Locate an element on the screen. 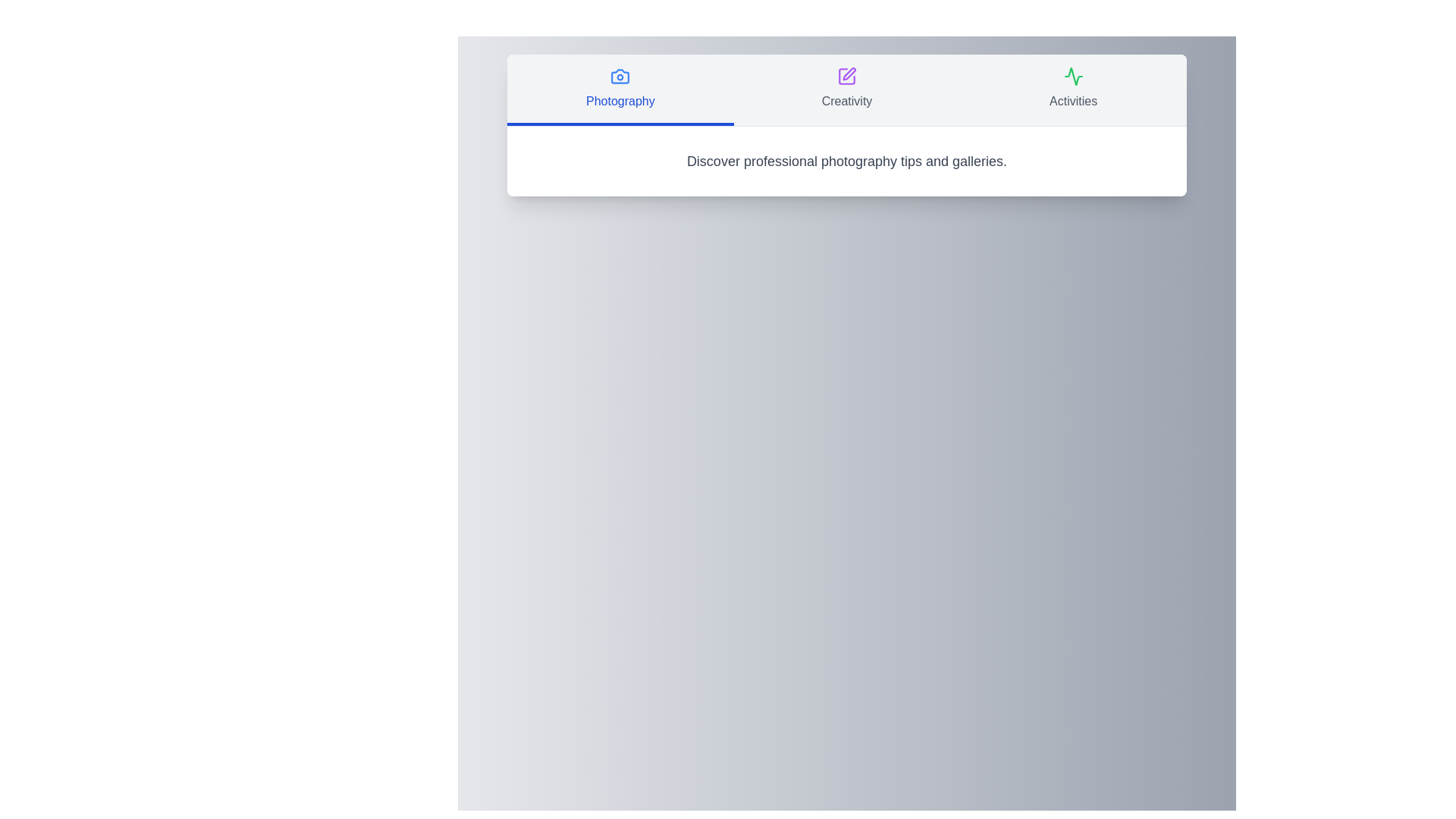 The width and height of the screenshot is (1456, 819). the Activities tab to display its content is located at coordinates (1073, 90).